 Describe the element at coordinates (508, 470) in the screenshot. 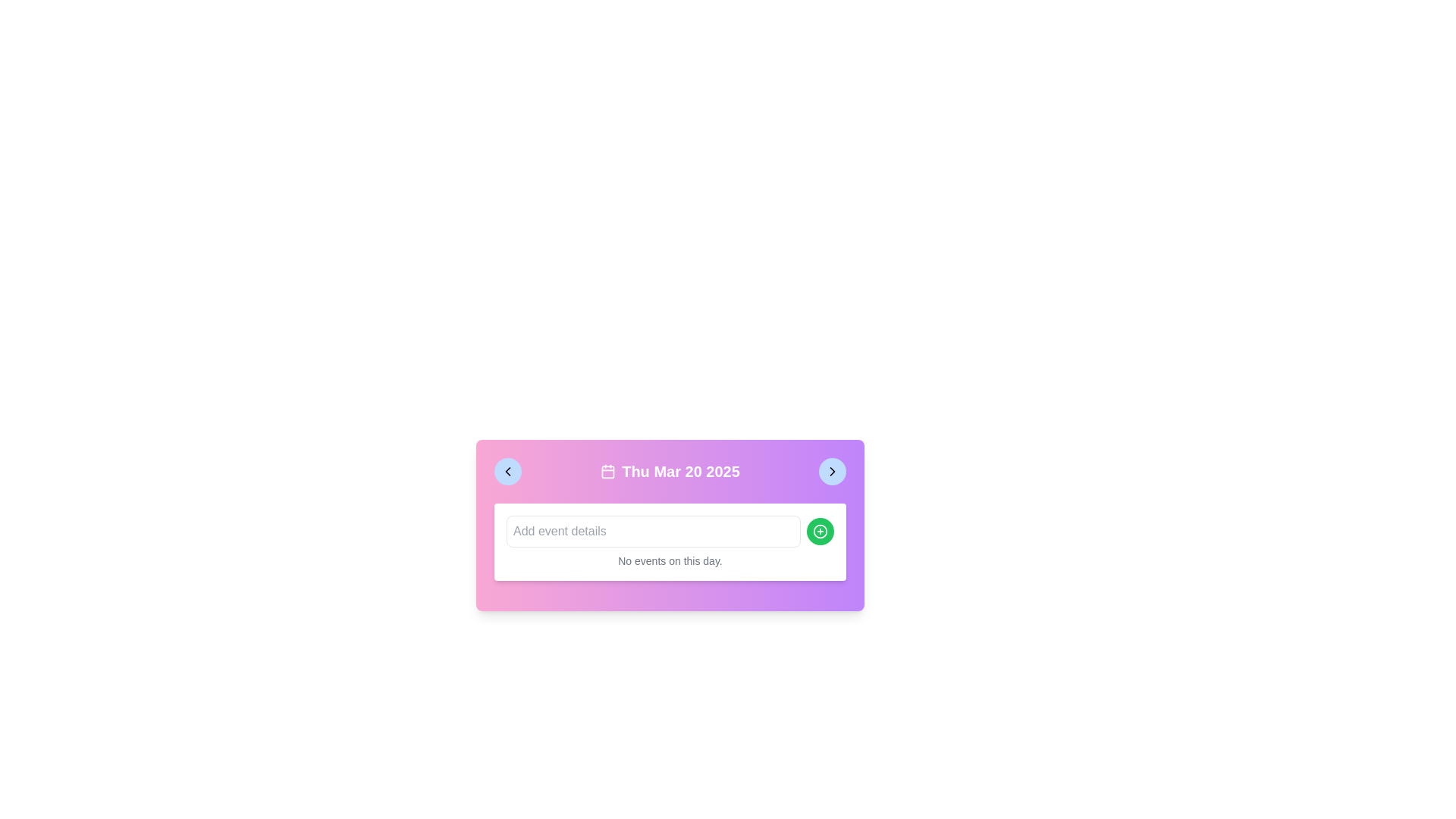

I see `the left-pointing chevron icon, which is located inside a circular blue button on the leftmost side of the header bar, next to the title 'Thu Mar 20 2025'` at that location.